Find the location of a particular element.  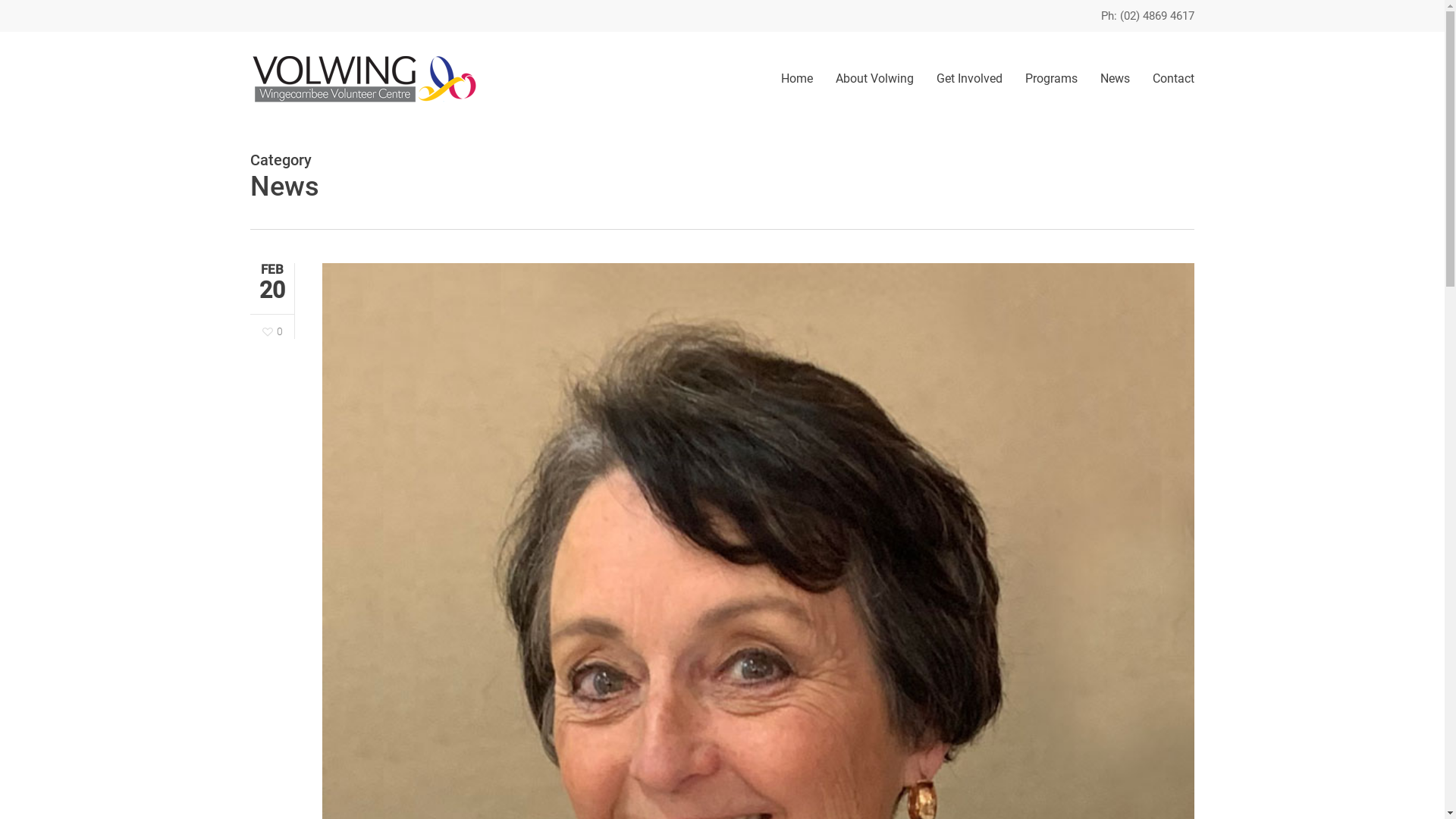

'Contact' is located at coordinates (1167, 78).